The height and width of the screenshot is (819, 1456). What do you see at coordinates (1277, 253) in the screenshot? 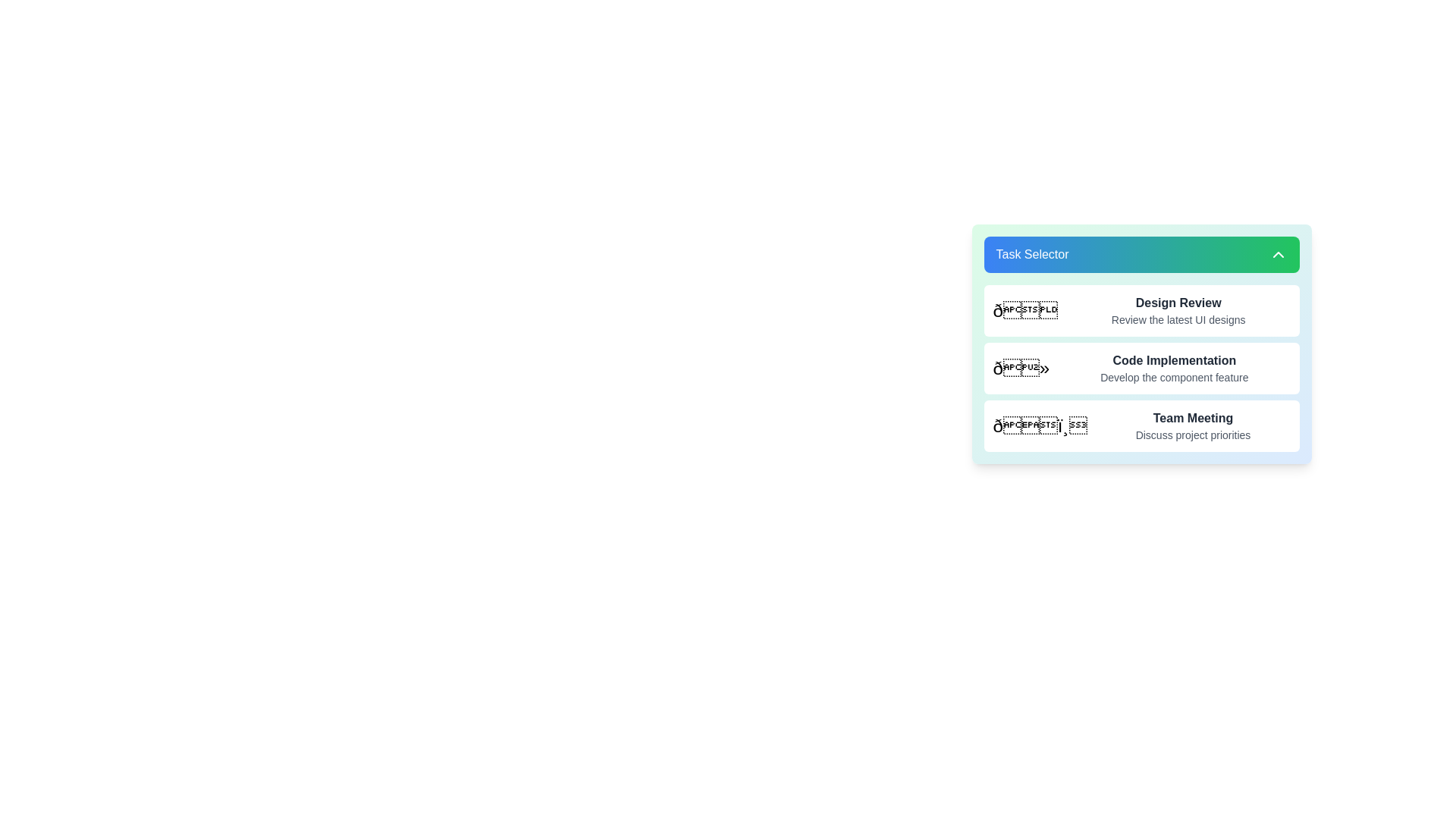
I see `the upward-pointing chevron icon with a white outline on a green background located at the far-right end of the 'Task Selector' header section` at bounding box center [1277, 253].